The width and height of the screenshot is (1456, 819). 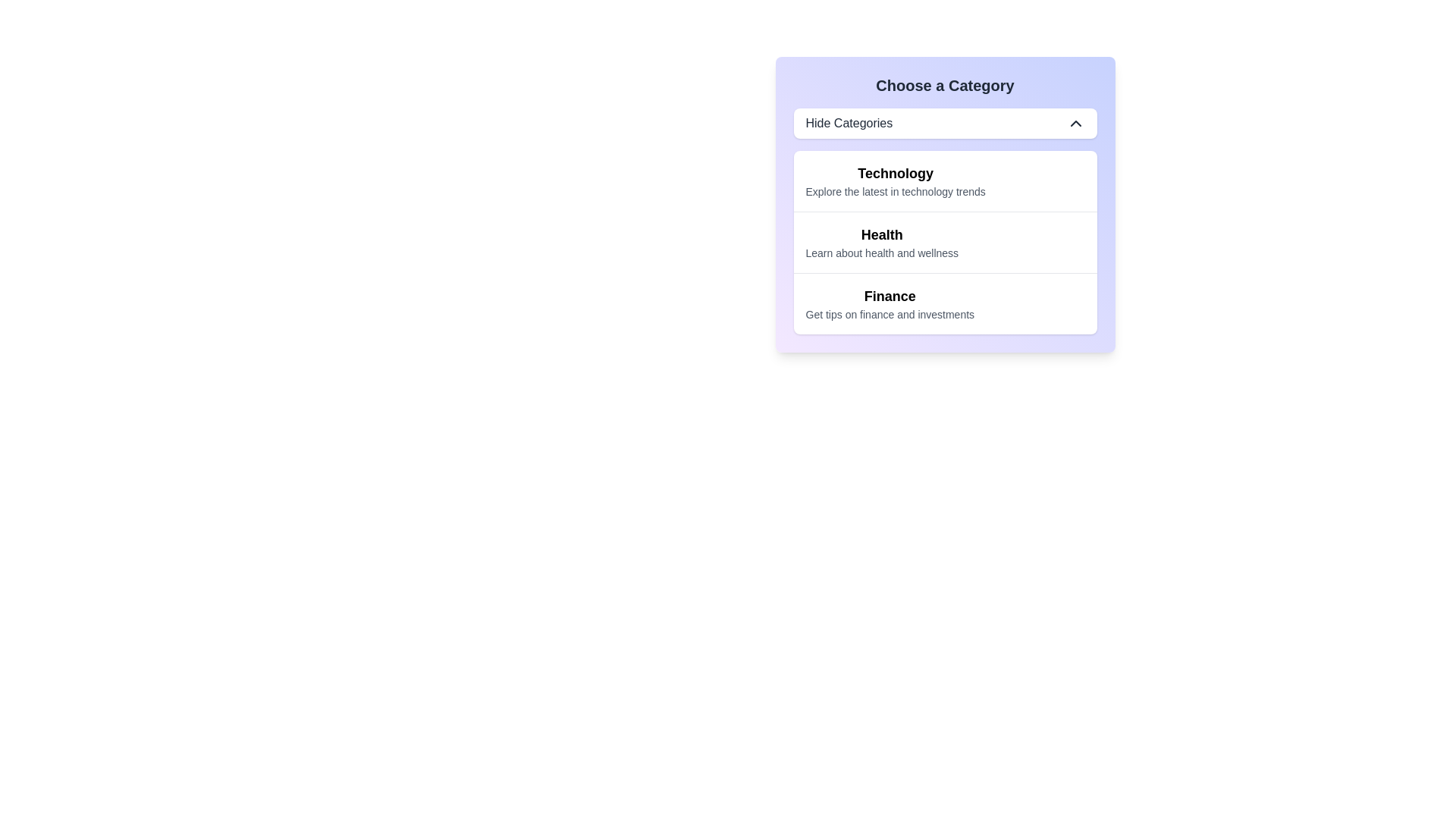 What do you see at coordinates (1075, 122) in the screenshot?
I see `the chevron-up icon located on the rightmost side of the 'Hide Categories' header bar` at bounding box center [1075, 122].